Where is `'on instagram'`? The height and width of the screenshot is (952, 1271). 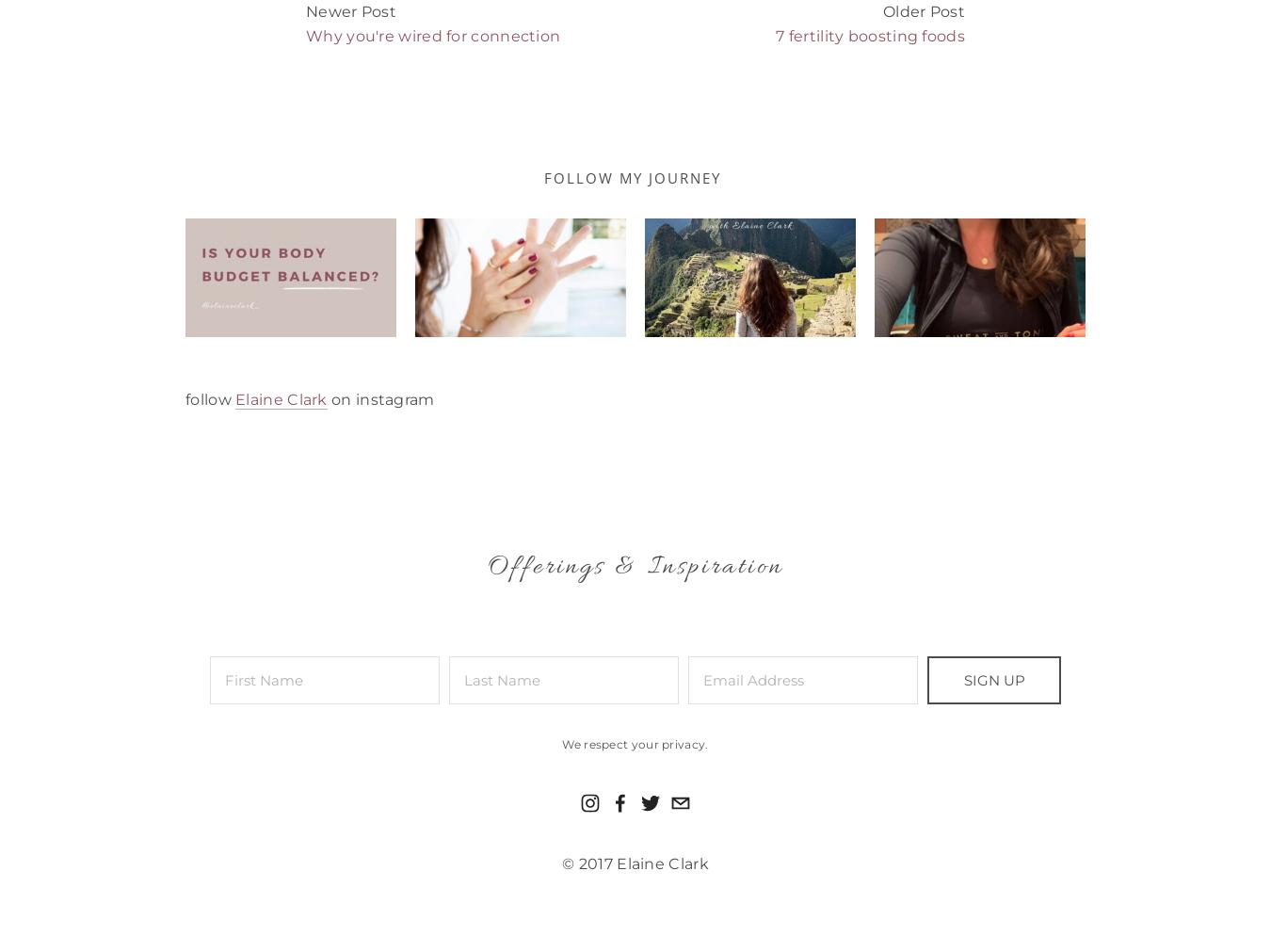
'on instagram' is located at coordinates (380, 397).